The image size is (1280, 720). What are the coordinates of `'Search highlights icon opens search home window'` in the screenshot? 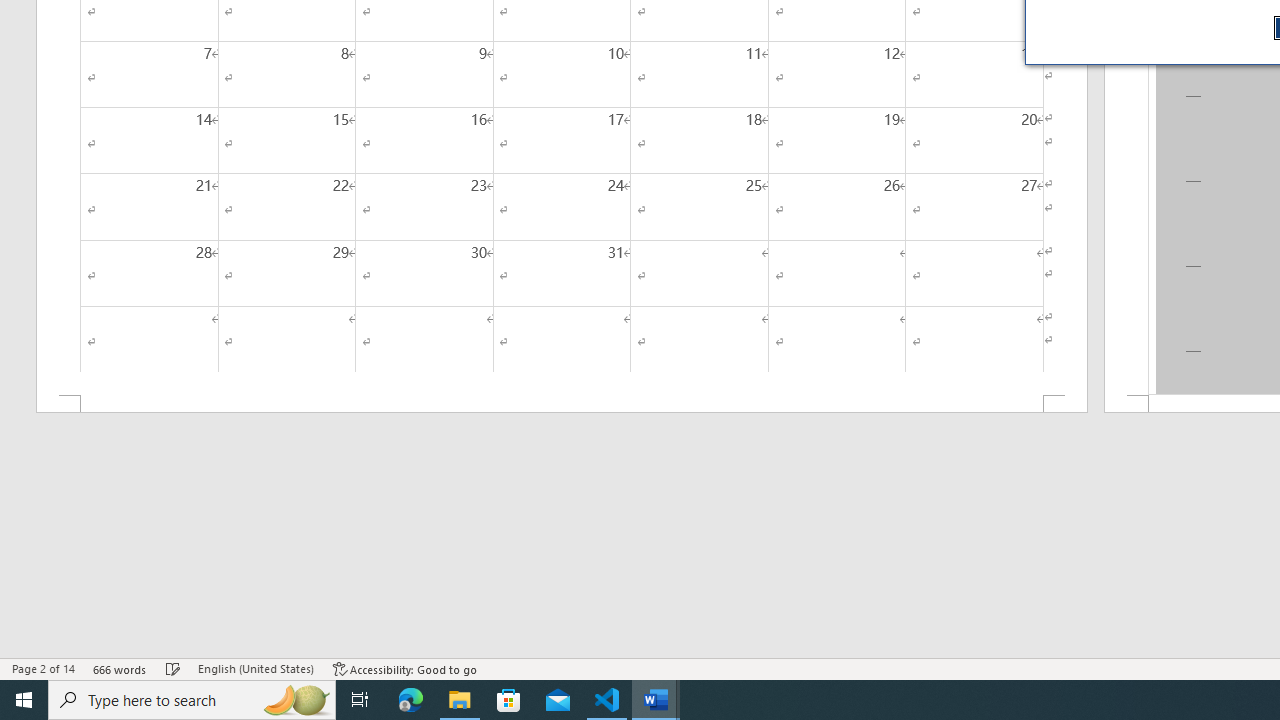 It's located at (294, 698).